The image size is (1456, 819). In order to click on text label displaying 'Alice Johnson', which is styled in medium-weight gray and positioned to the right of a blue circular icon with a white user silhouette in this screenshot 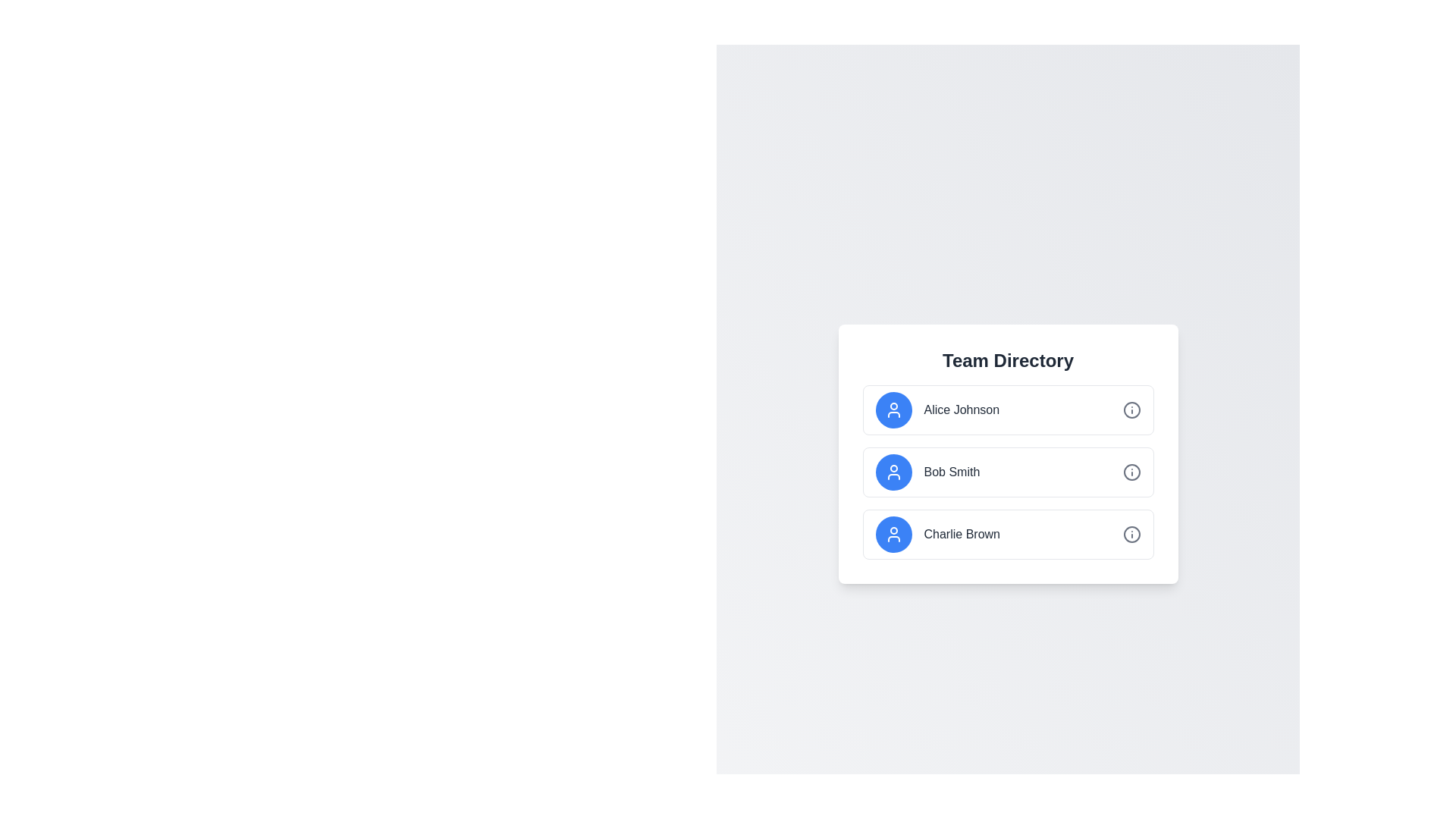, I will do `click(937, 409)`.